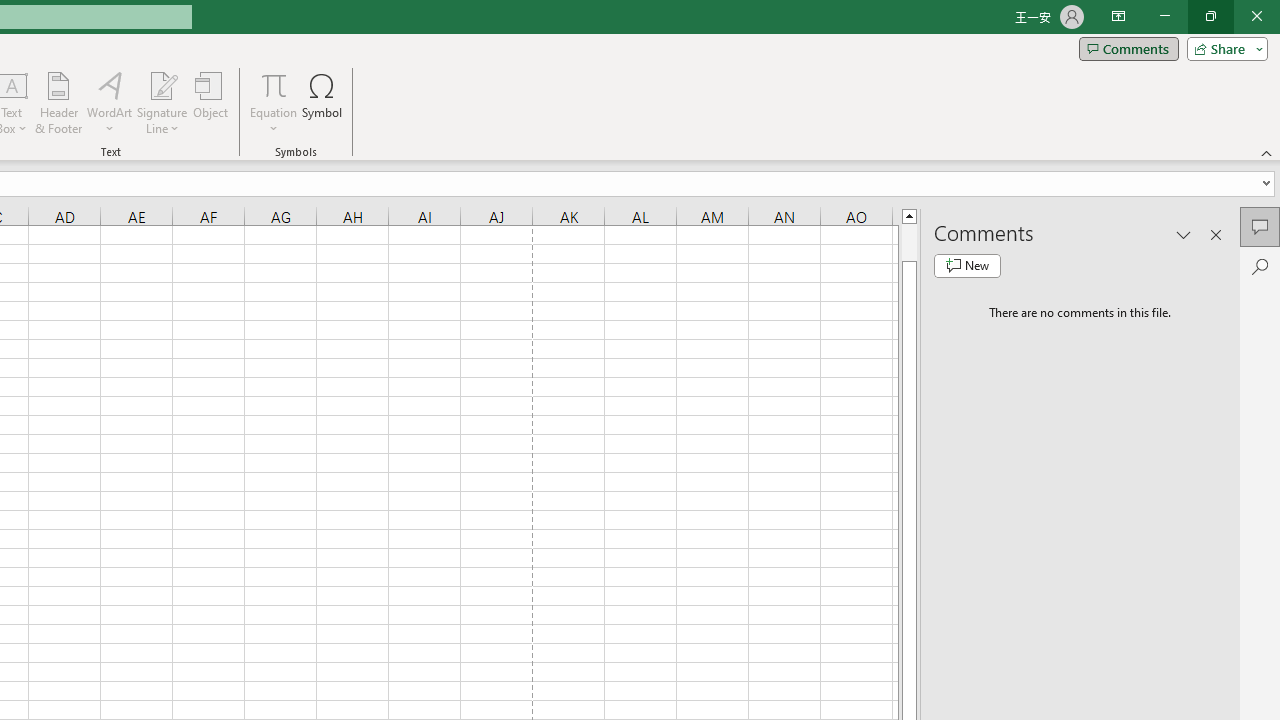 The image size is (1280, 720). What do you see at coordinates (272, 84) in the screenshot?
I see `'Equation'` at bounding box center [272, 84].